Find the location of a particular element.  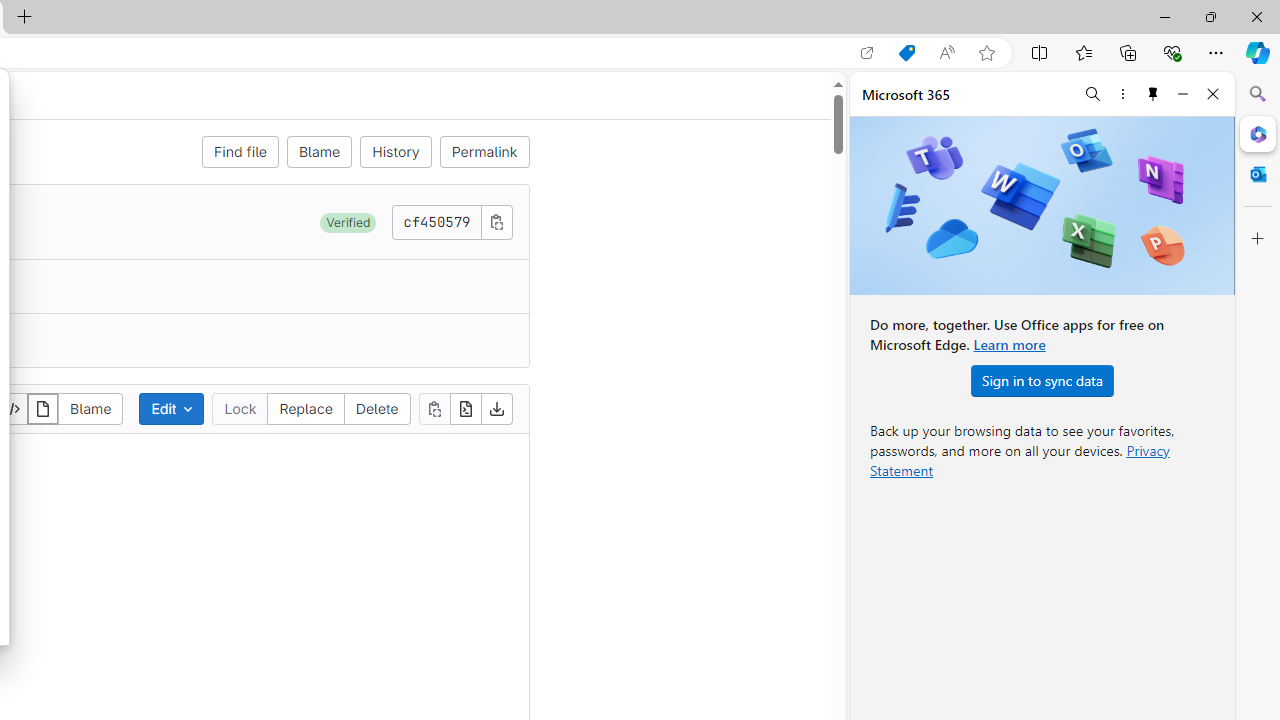

'Open in app' is located at coordinates (867, 52).